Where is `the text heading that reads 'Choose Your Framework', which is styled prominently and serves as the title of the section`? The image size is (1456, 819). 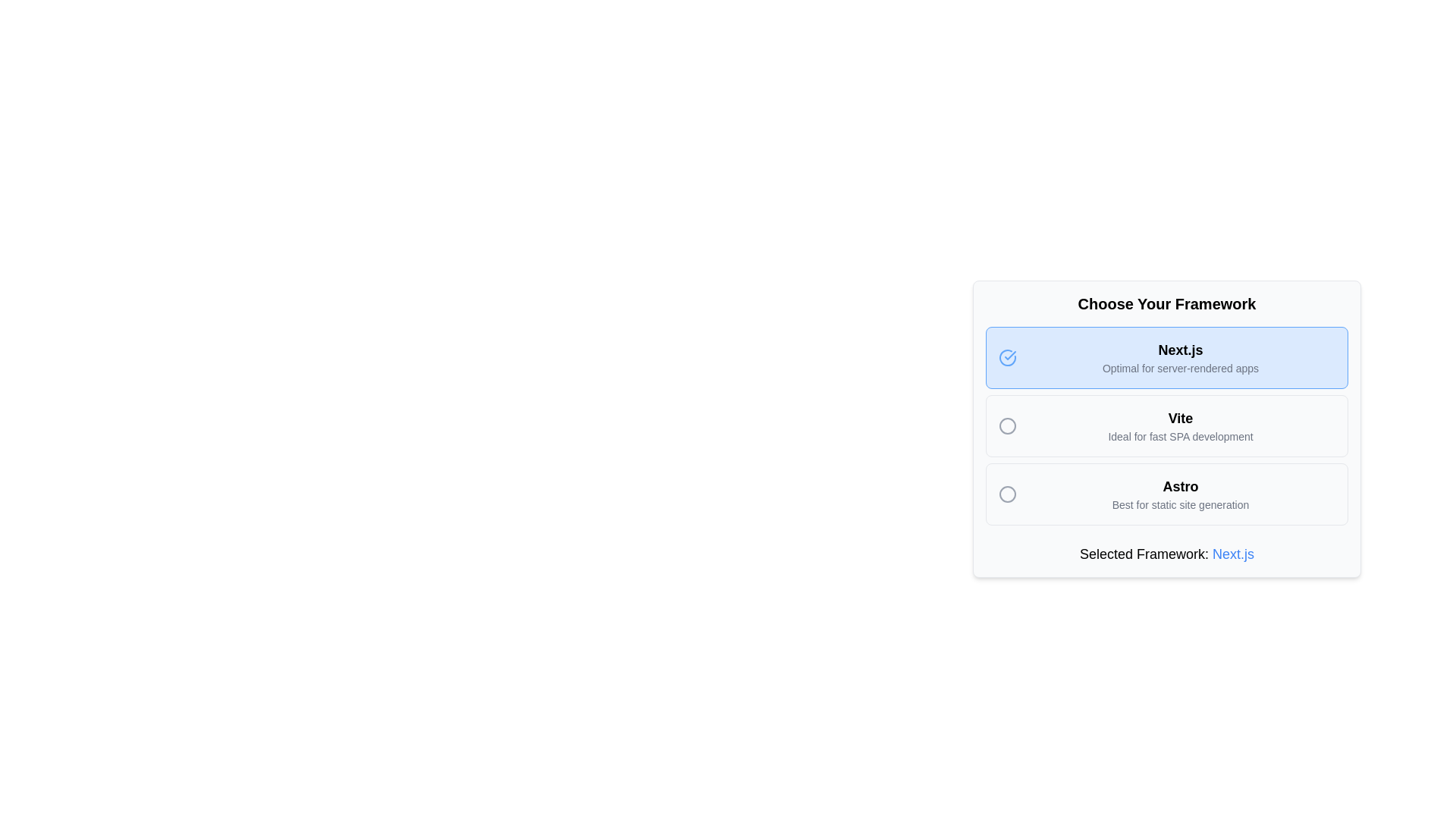 the text heading that reads 'Choose Your Framework', which is styled prominently and serves as the title of the section is located at coordinates (1166, 304).